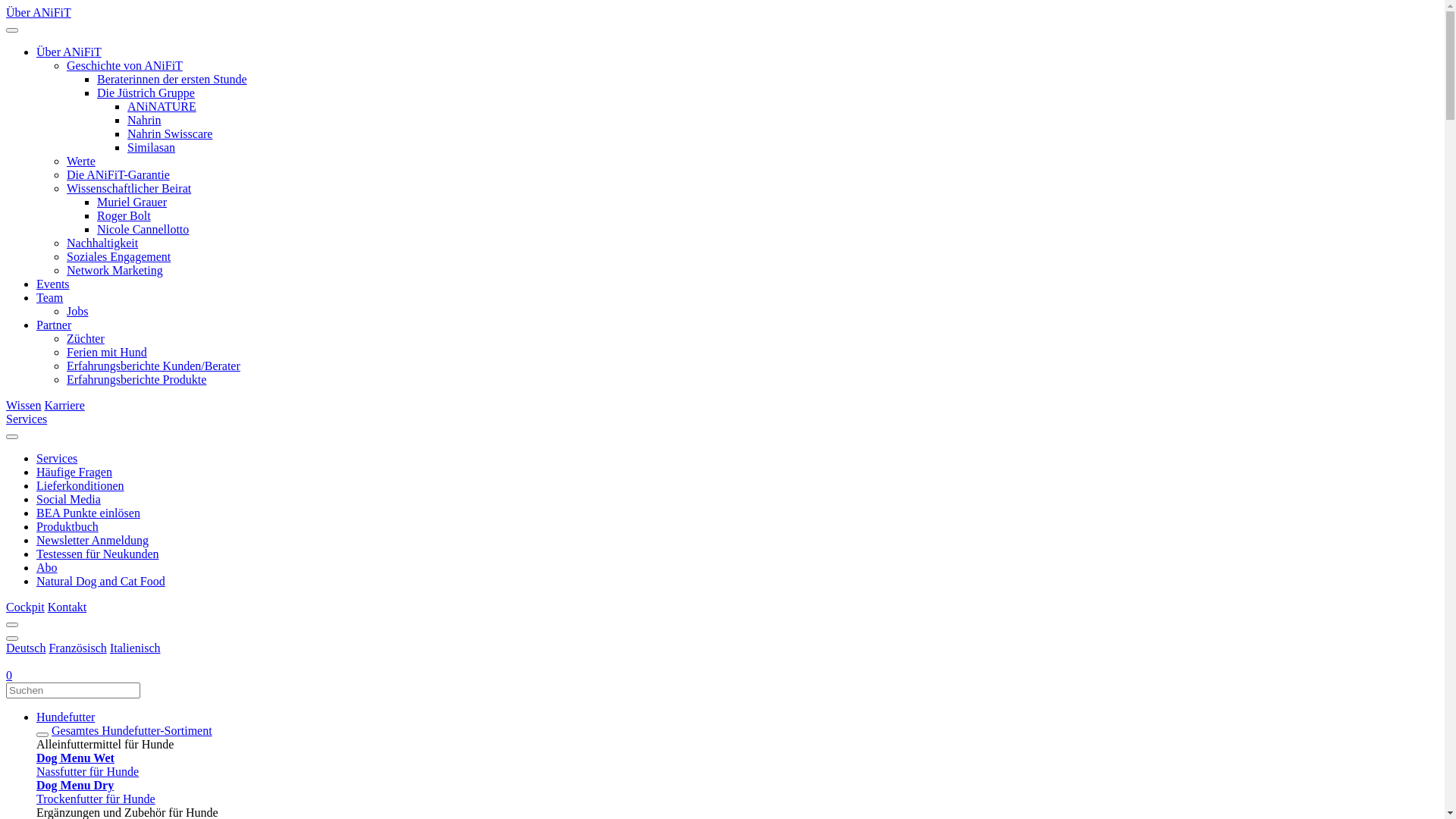  What do you see at coordinates (118, 256) in the screenshot?
I see `'Soziales Engagement'` at bounding box center [118, 256].